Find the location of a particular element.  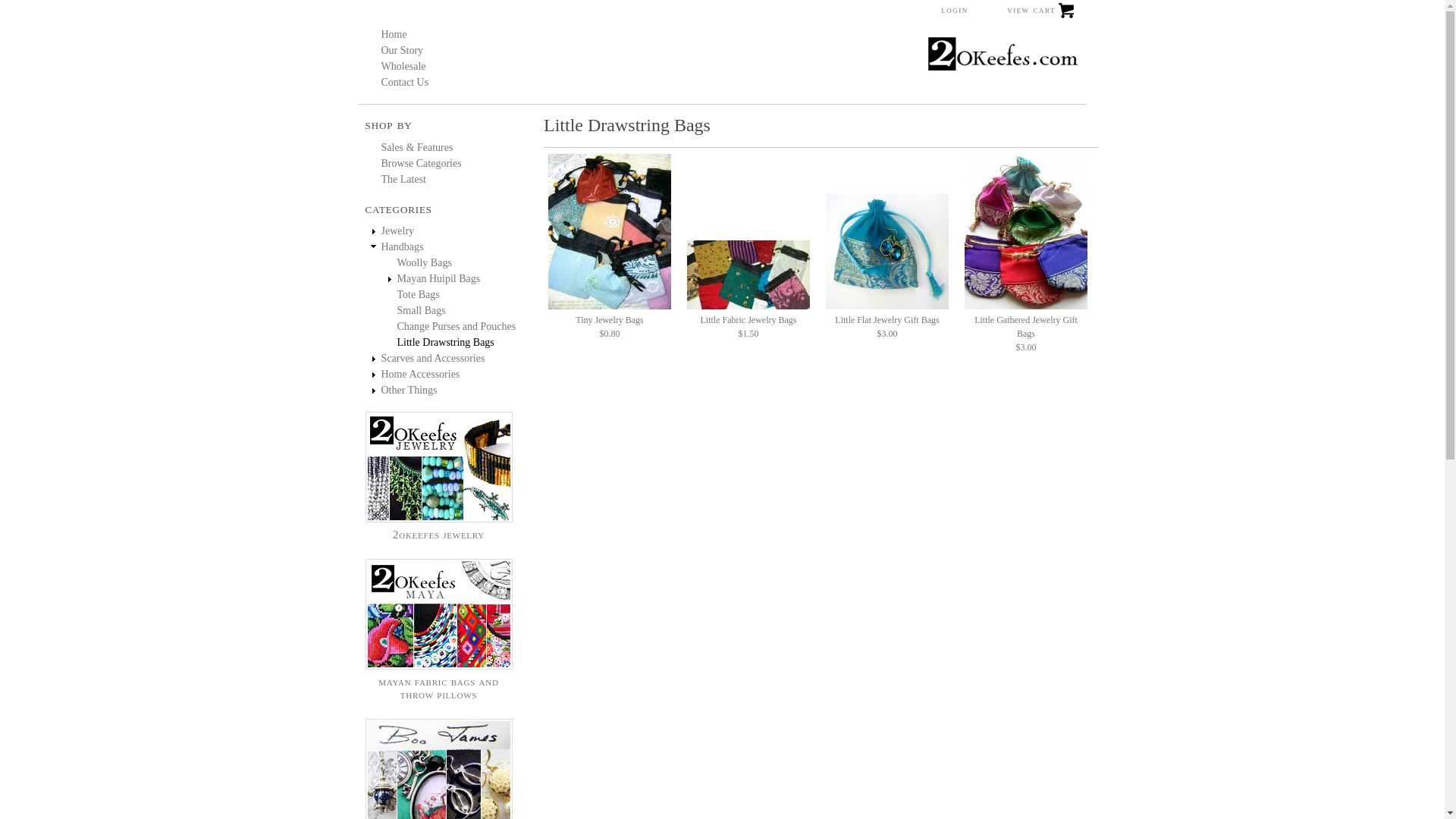

'view cart' is located at coordinates (1005, 14).